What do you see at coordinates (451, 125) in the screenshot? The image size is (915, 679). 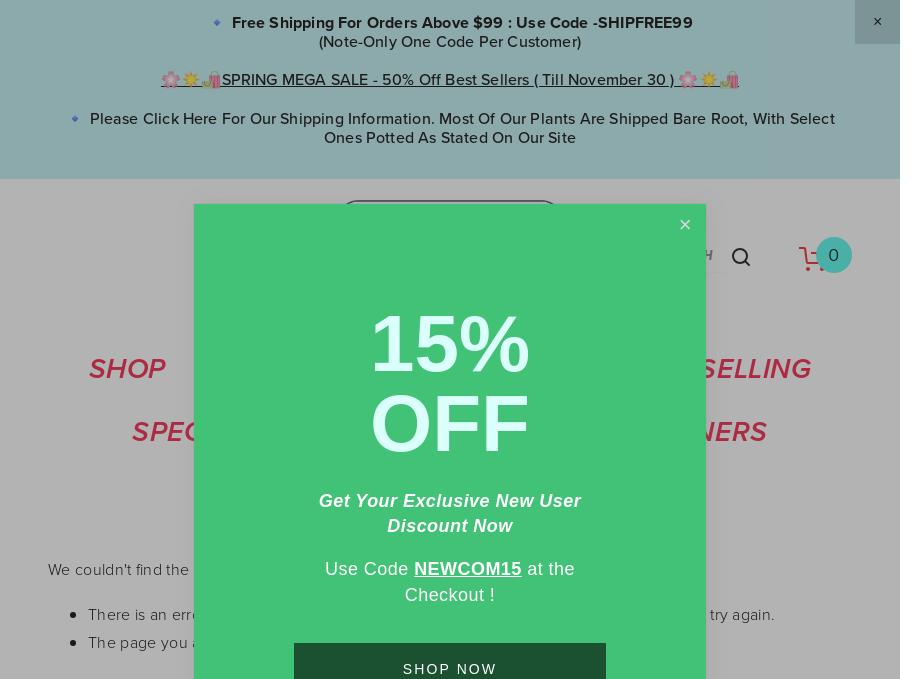 I see `'🔹 Please click here for our shipping information. Most of our plants are shipped bare root, with select ones potted as stated on our site'` at bounding box center [451, 125].